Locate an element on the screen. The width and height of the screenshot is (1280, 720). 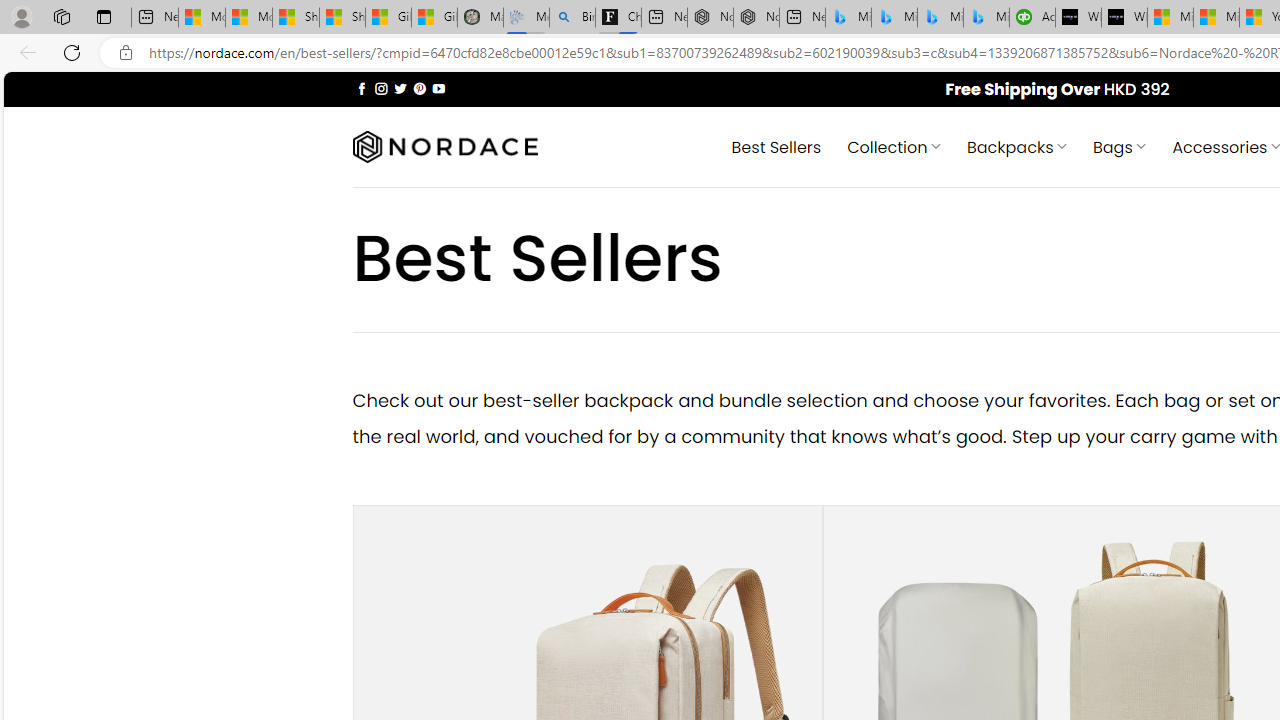
'Follow on Facebook' is located at coordinates (362, 87).